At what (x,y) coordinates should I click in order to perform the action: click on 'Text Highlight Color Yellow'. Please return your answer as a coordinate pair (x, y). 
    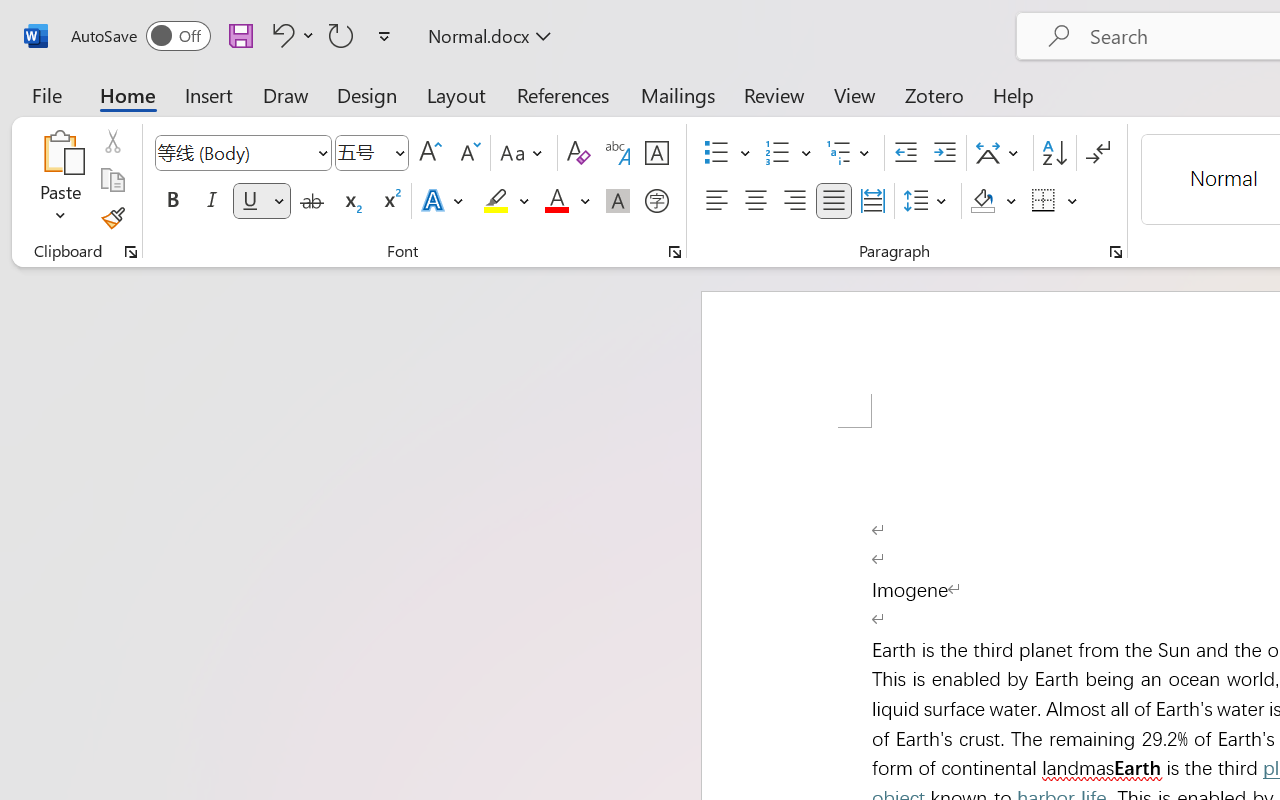
    Looking at the image, I should click on (496, 201).